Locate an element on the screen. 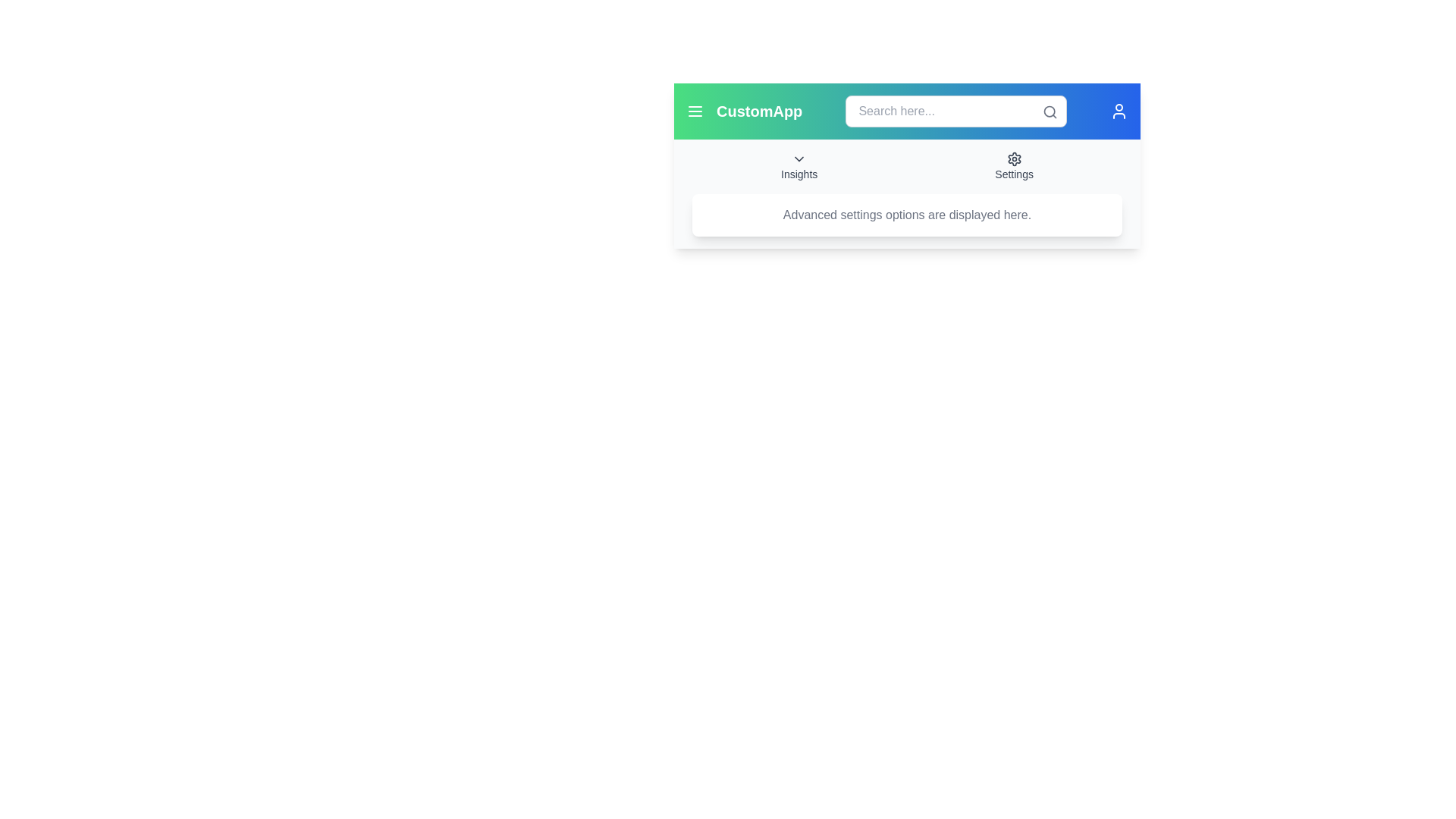  the downward chevron styled SVG icon located above the 'Insights' label in the top navigation bar is located at coordinates (799, 158).